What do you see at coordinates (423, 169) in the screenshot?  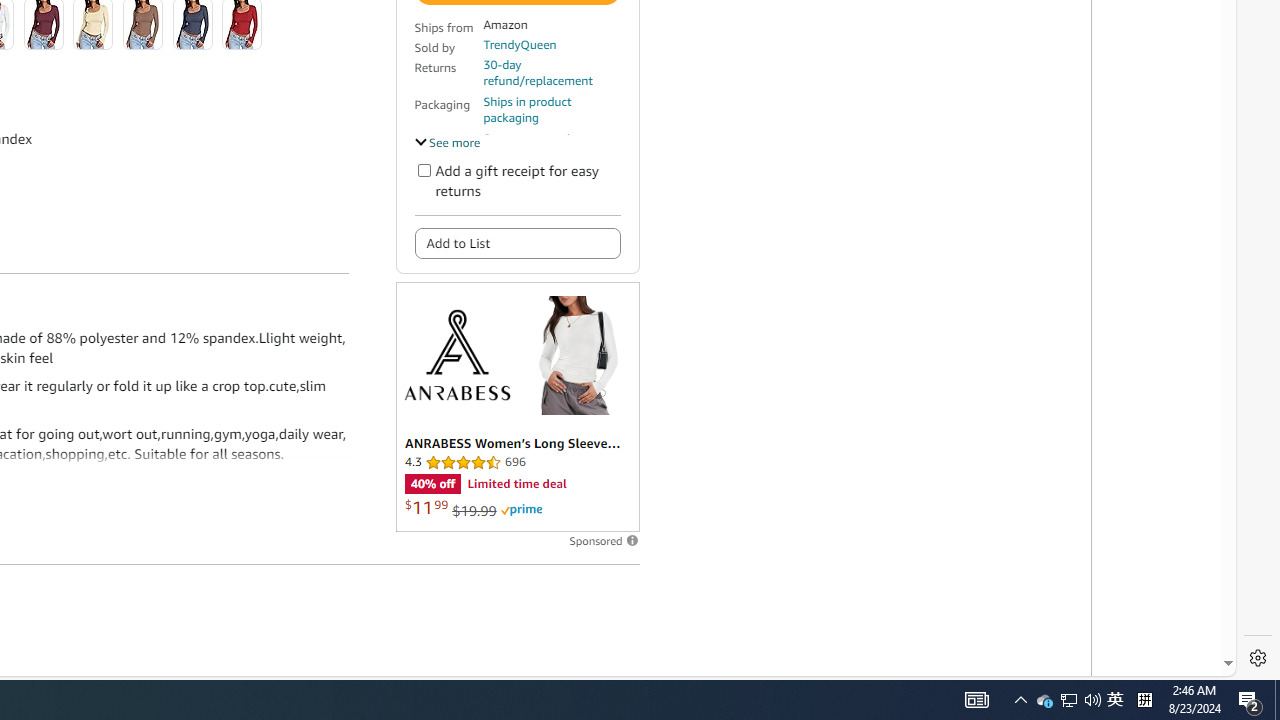 I see `'Add a gift receipt for easy returns'` at bounding box center [423, 169].